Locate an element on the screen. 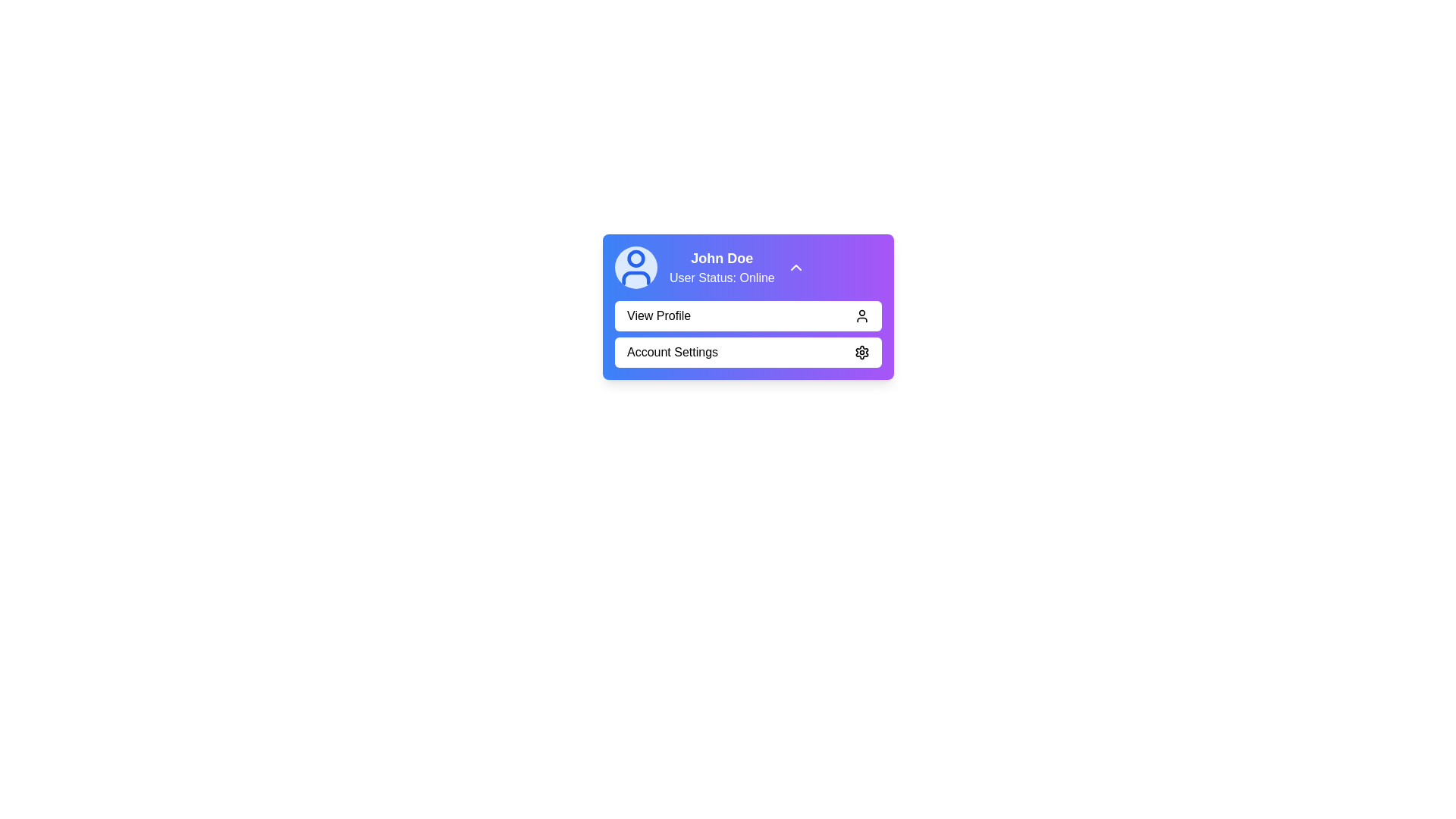 Image resolution: width=1456 pixels, height=819 pixels. the graphical gear icon is located at coordinates (862, 353).